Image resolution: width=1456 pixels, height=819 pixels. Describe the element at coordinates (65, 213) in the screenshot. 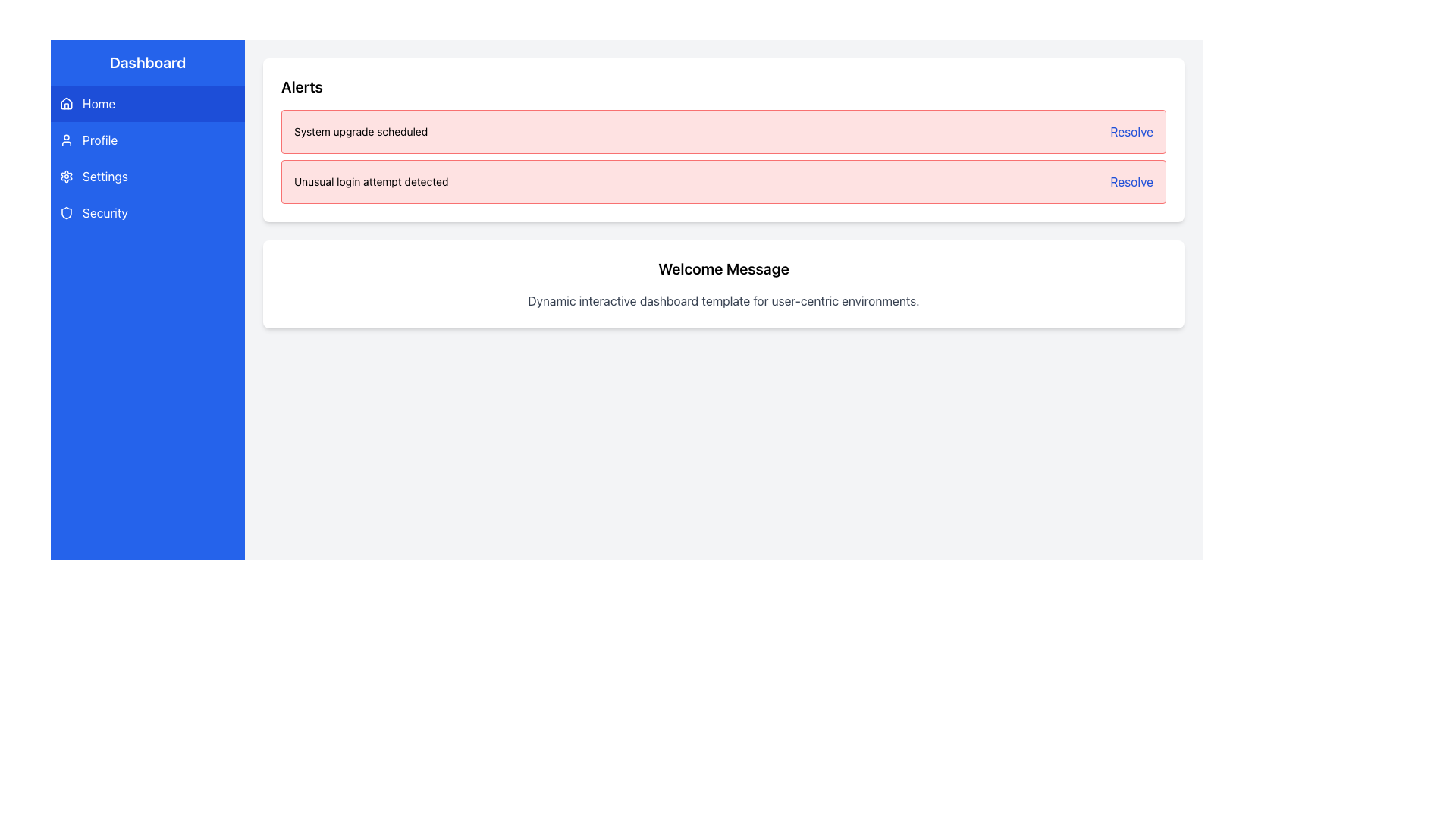

I see `the shield icon associated with security in the sidebar, which has a blue outline and is located next to the 'Security' label` at that location.